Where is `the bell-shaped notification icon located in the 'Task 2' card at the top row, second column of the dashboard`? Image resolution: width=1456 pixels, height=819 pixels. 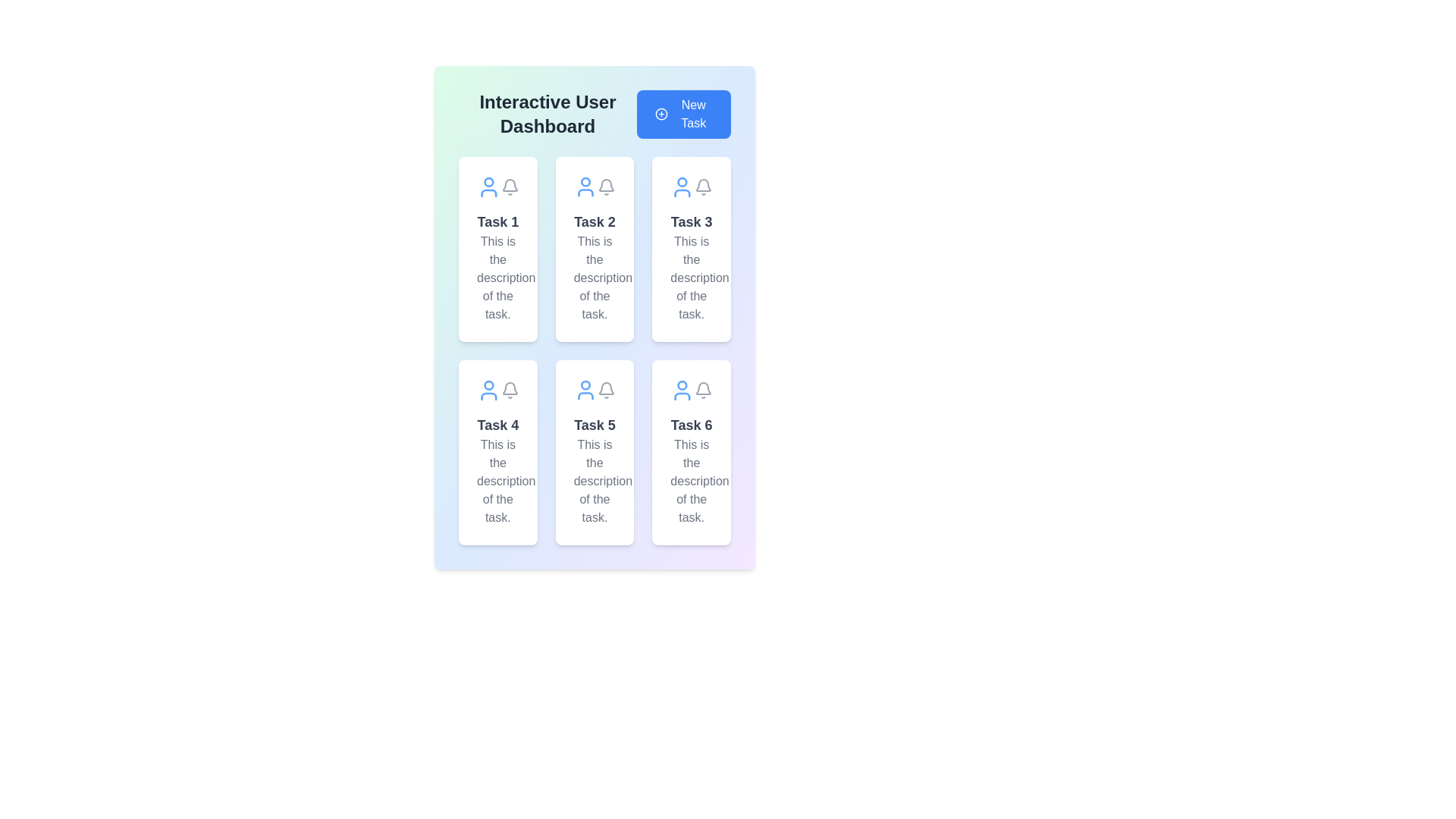 the bell-shaped notification icon located in the 'Task 2' card at the top row, second column of the dashboard is located at coordinates (607, 184).